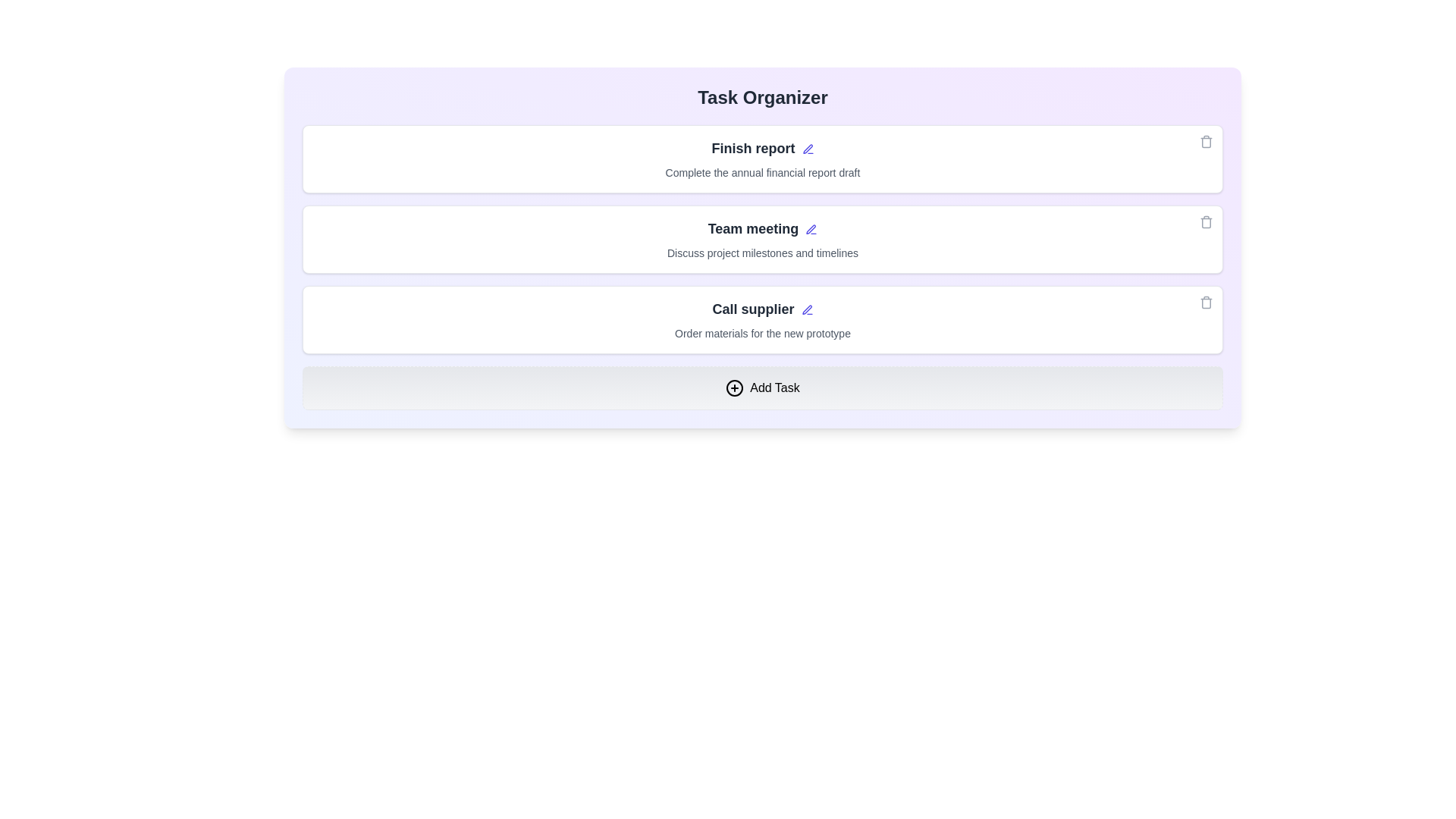  I want to click on the 'Task Organizer' header to read its contextual information, so click(763, 97).